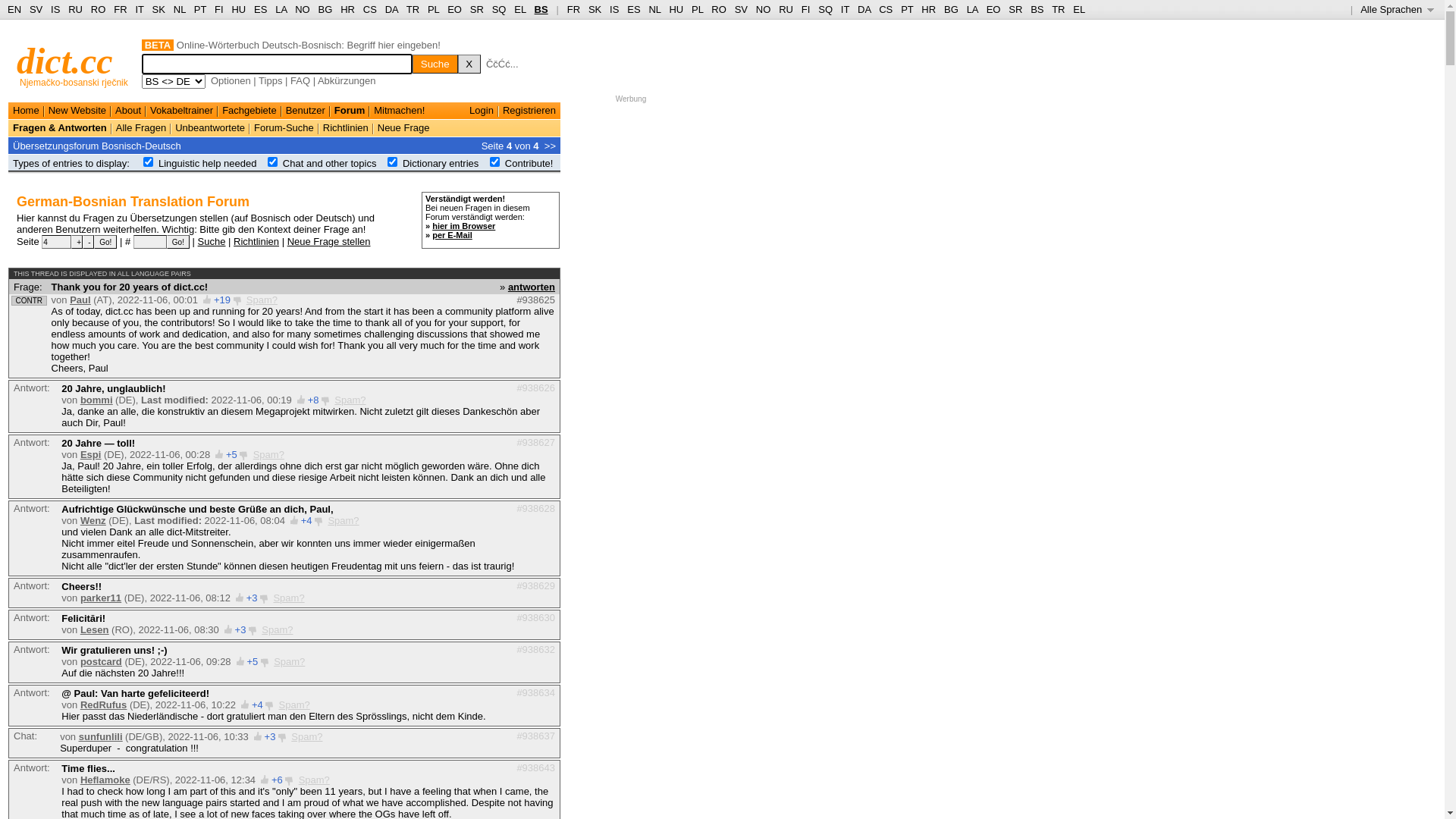 This screenshot has width=1456, height=819. I want to click on 'LA', so click(281, 9).